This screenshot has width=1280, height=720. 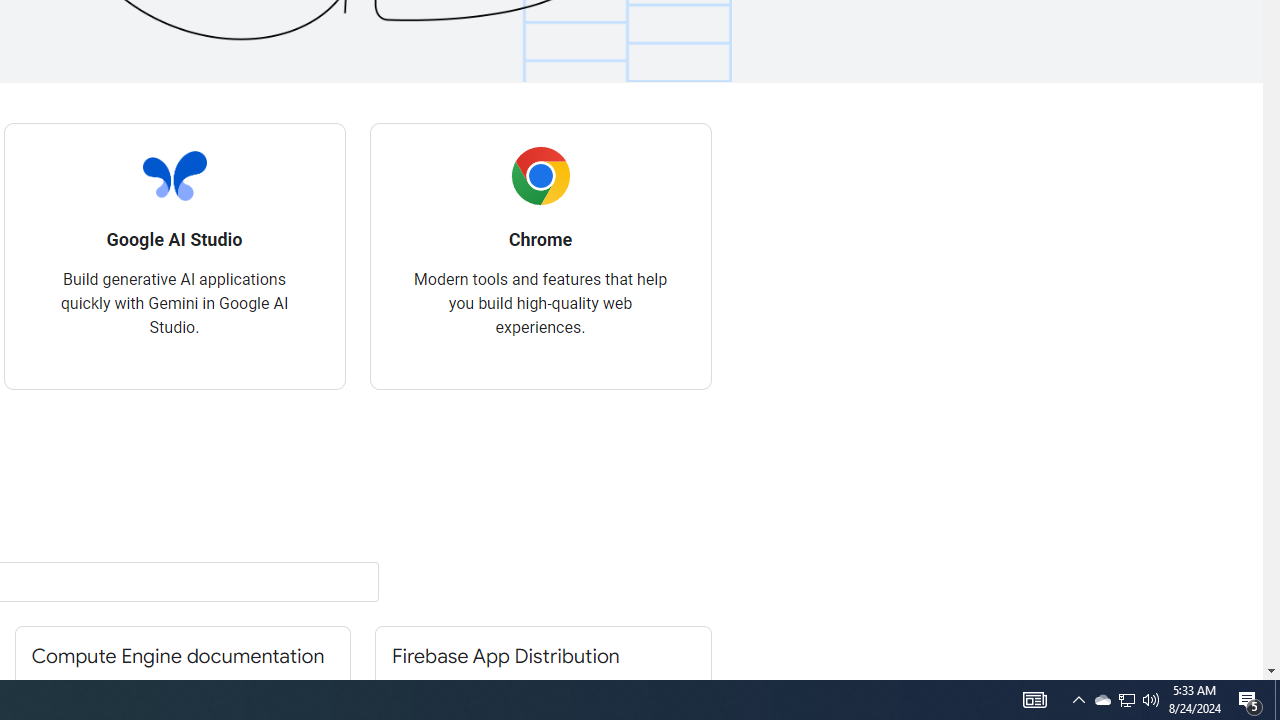 What do you see at coordinates (174, 175) in the screenshot?
I see `'Google AI Studio logo'` at bounding box center [174, 175].